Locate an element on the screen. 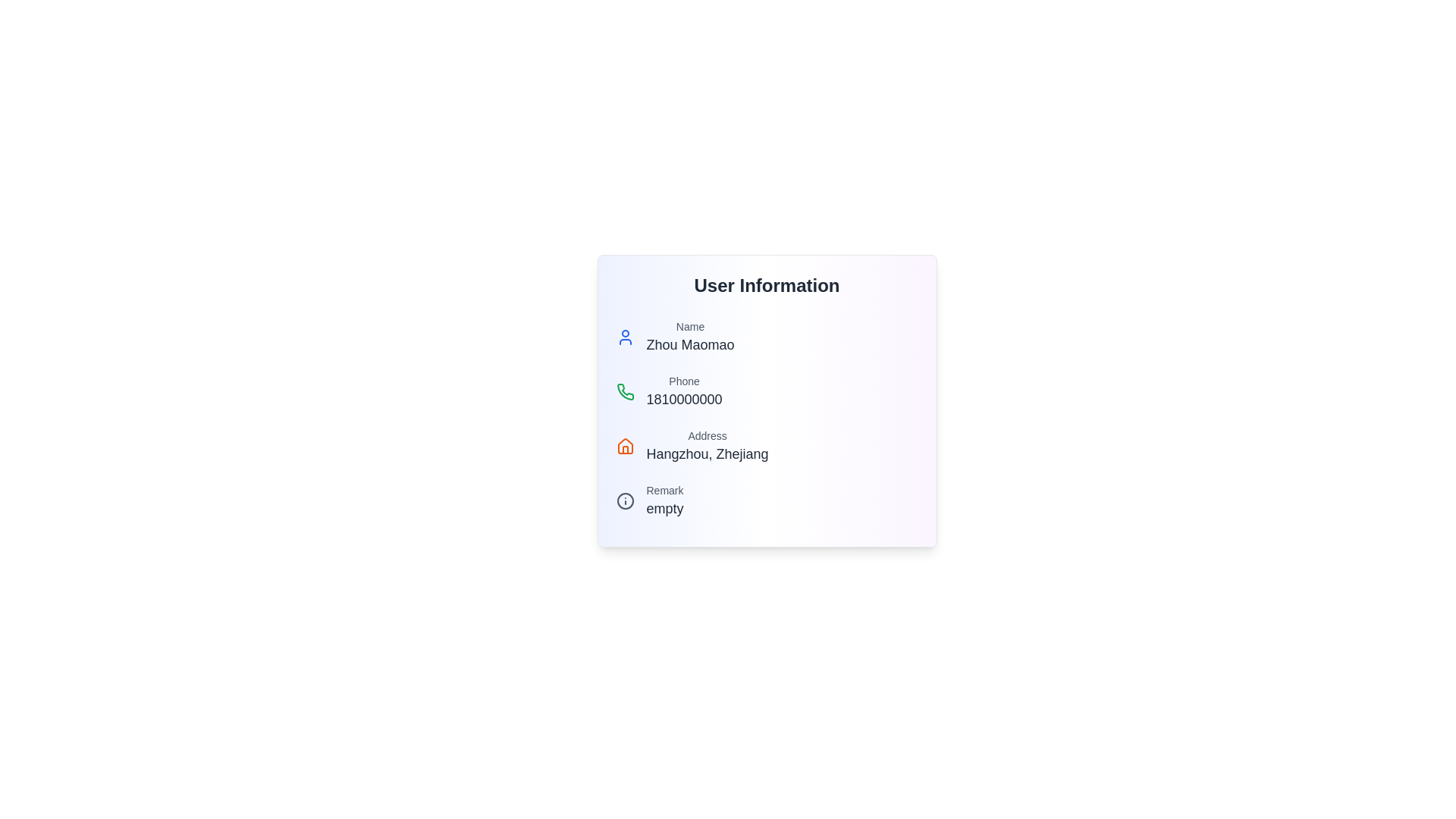 The height and width of the screenshot is (819, 1456). the 'Remark' text label, which is styled in gray with medium weight font and located in the 'User Information' section, positioned above the 'empty' text is located at coordinates (665, 491).